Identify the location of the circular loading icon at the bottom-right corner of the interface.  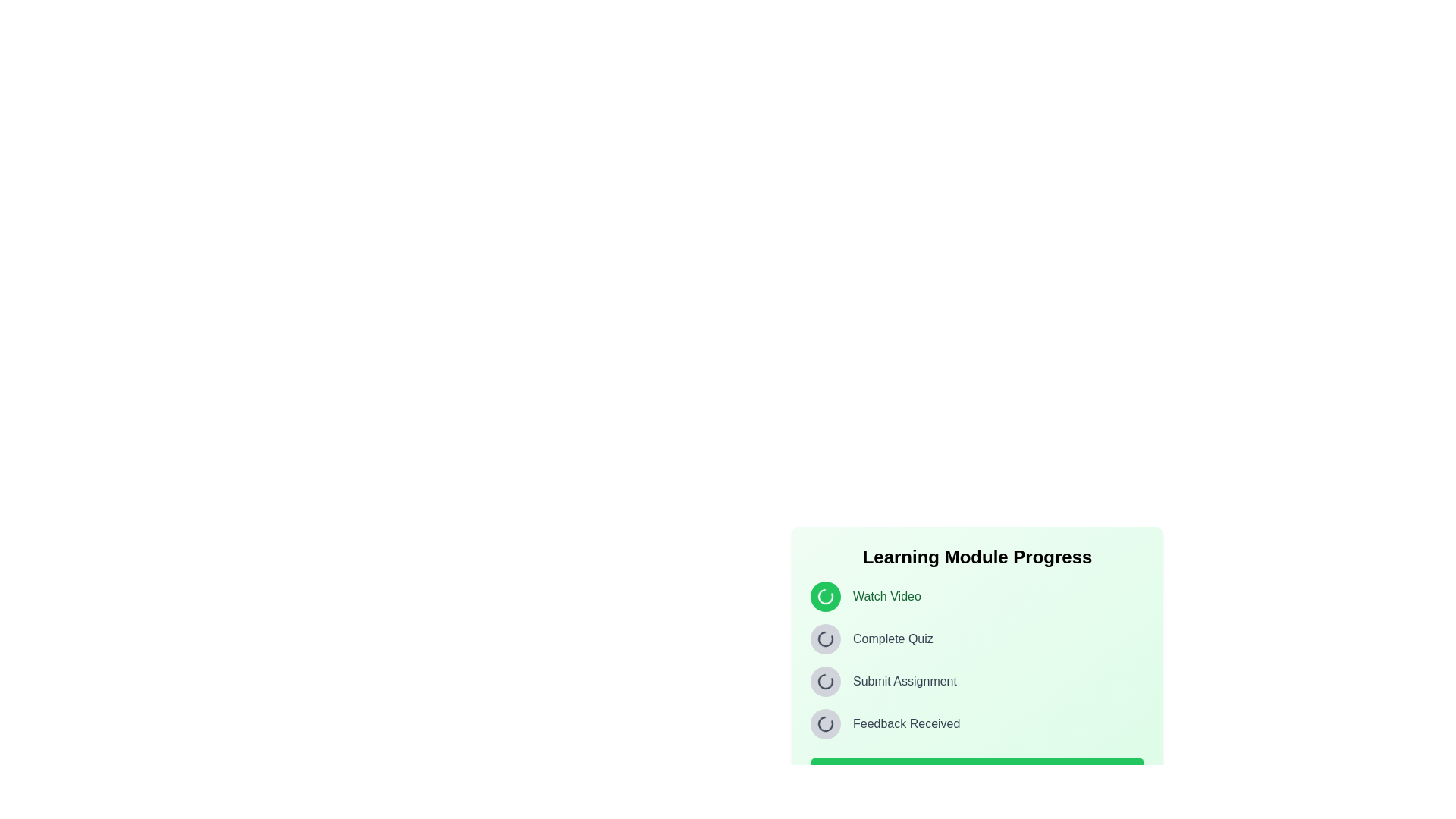
(825, 723).